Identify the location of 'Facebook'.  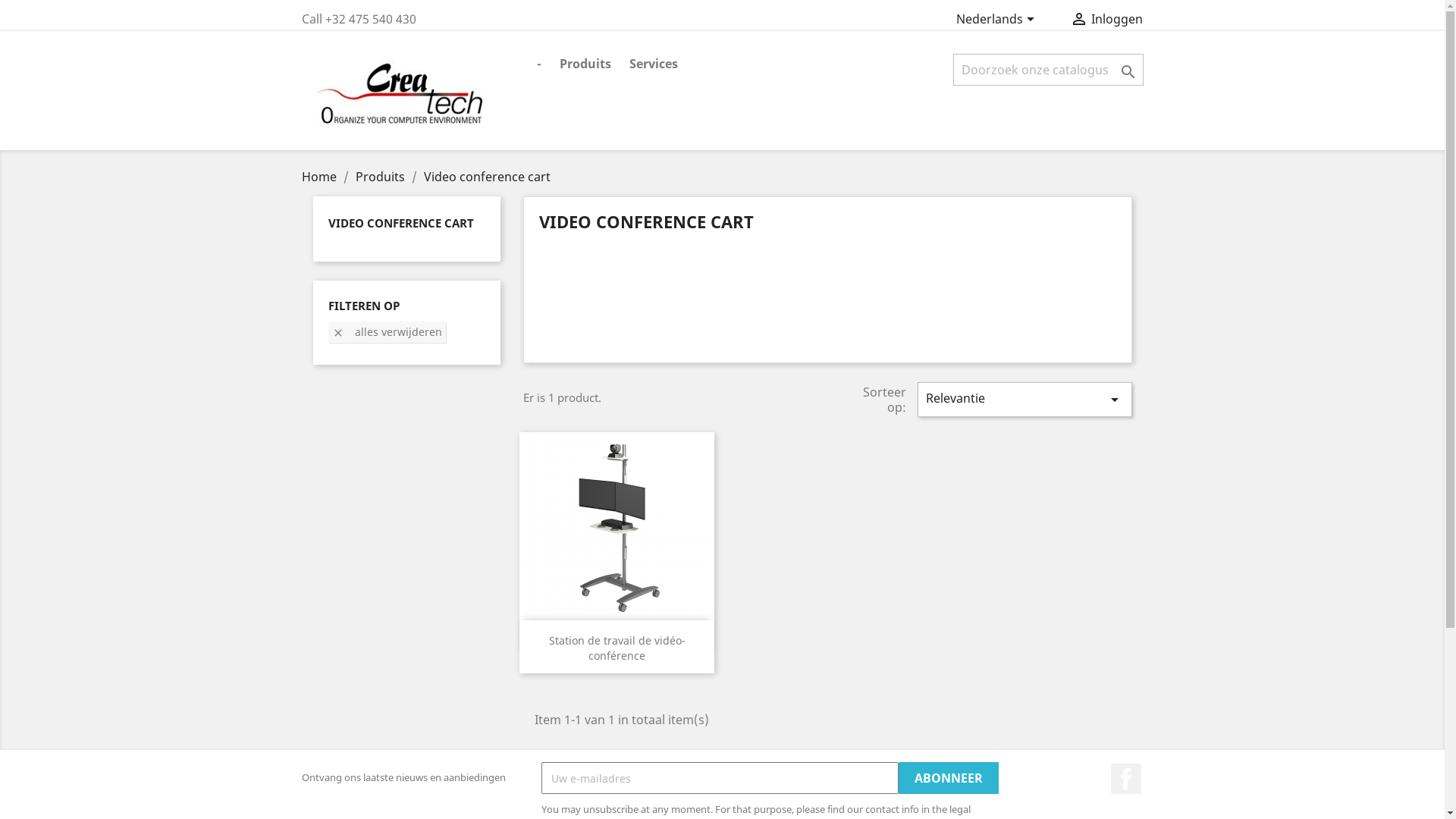
(1125, 778).